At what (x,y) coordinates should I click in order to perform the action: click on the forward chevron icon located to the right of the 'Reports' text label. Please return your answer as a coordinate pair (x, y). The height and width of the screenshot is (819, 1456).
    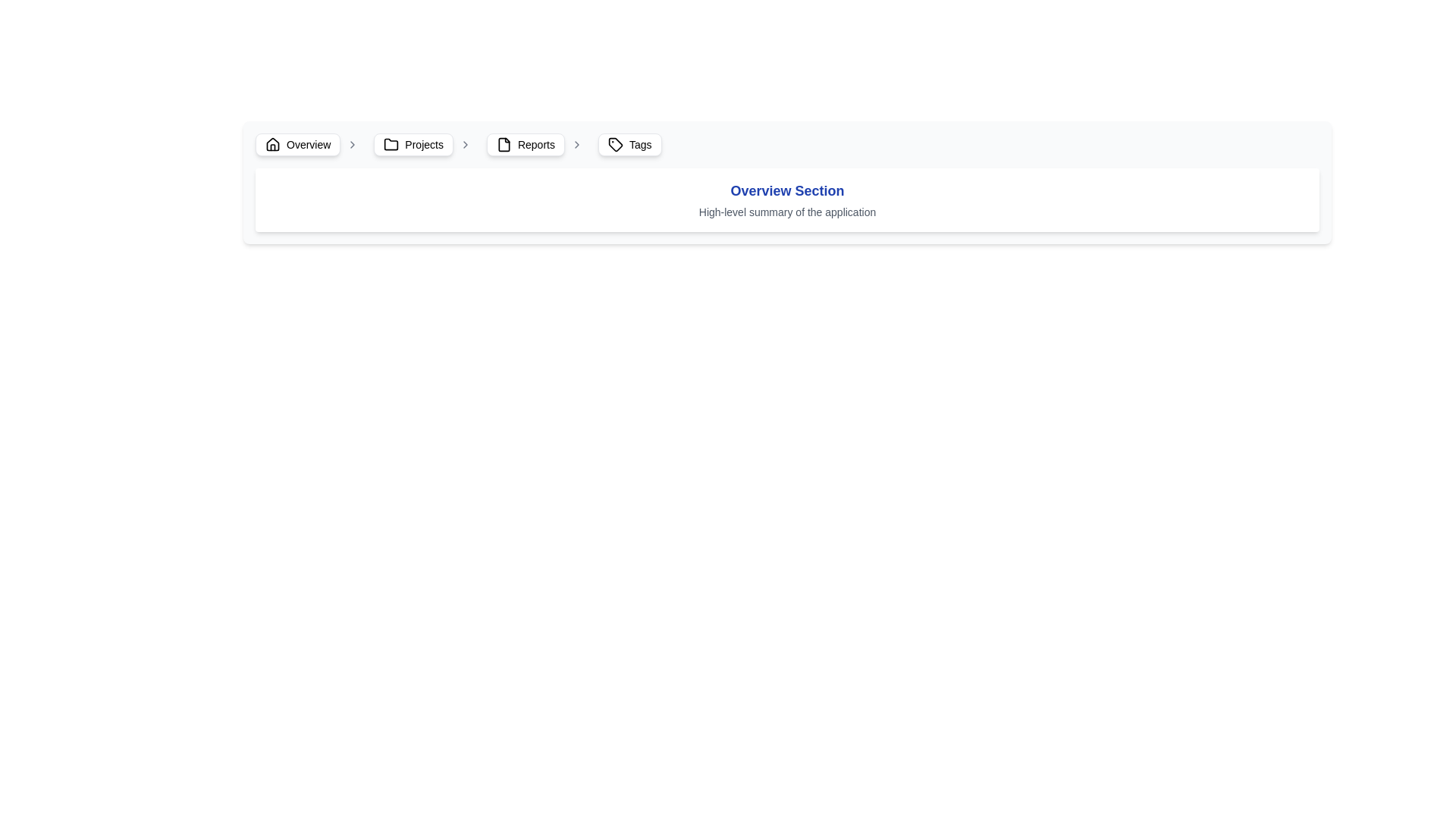
    Looking at the image, I should click on (576, 145).